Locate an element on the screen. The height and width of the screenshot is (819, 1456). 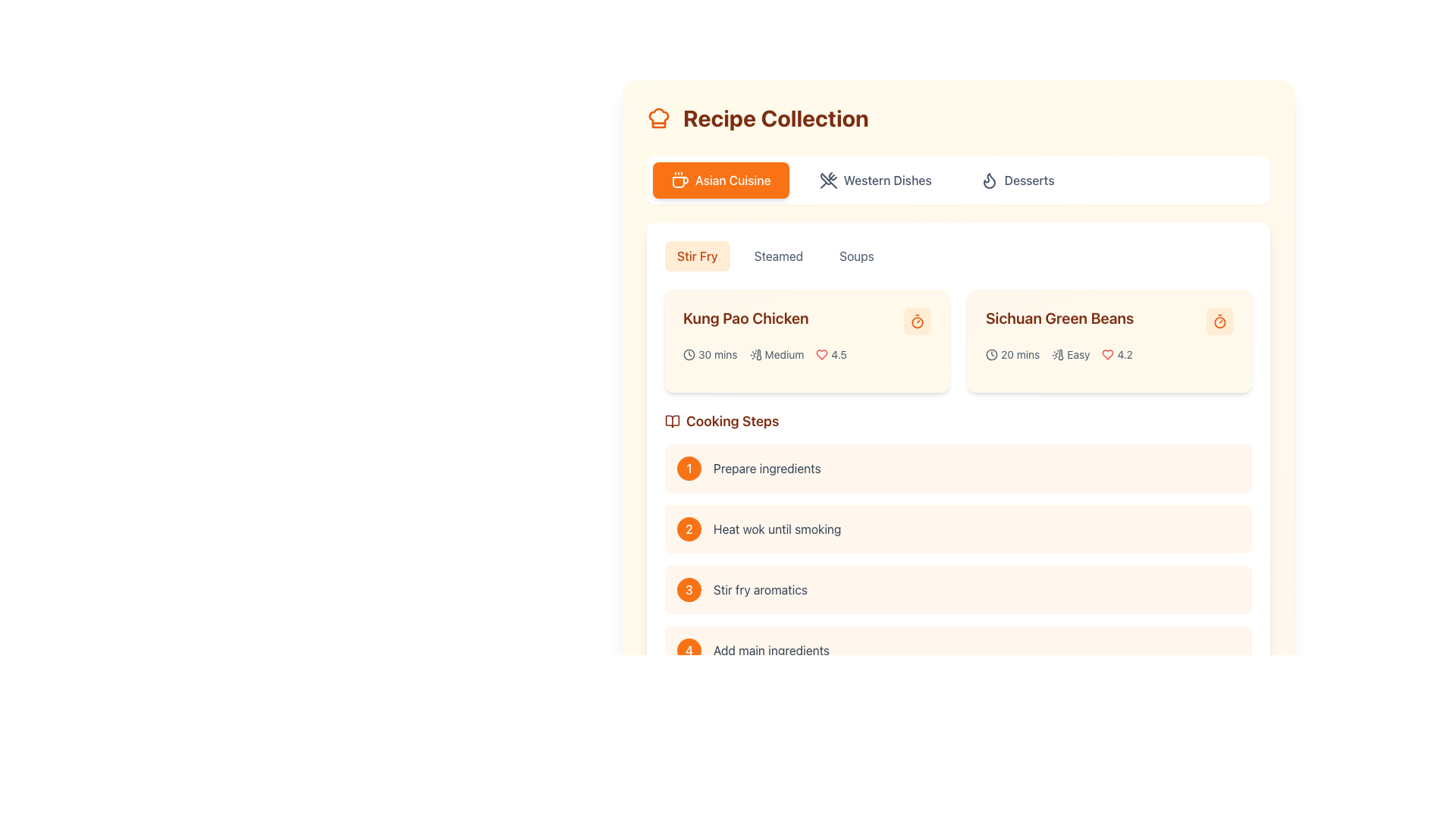
the Step indicator located in the Cooking Steps section, marking the first step in the sequence of cooking instructions, aligned to the left of the text 'Prepare ingredients' is located at coordinates (688, 467).